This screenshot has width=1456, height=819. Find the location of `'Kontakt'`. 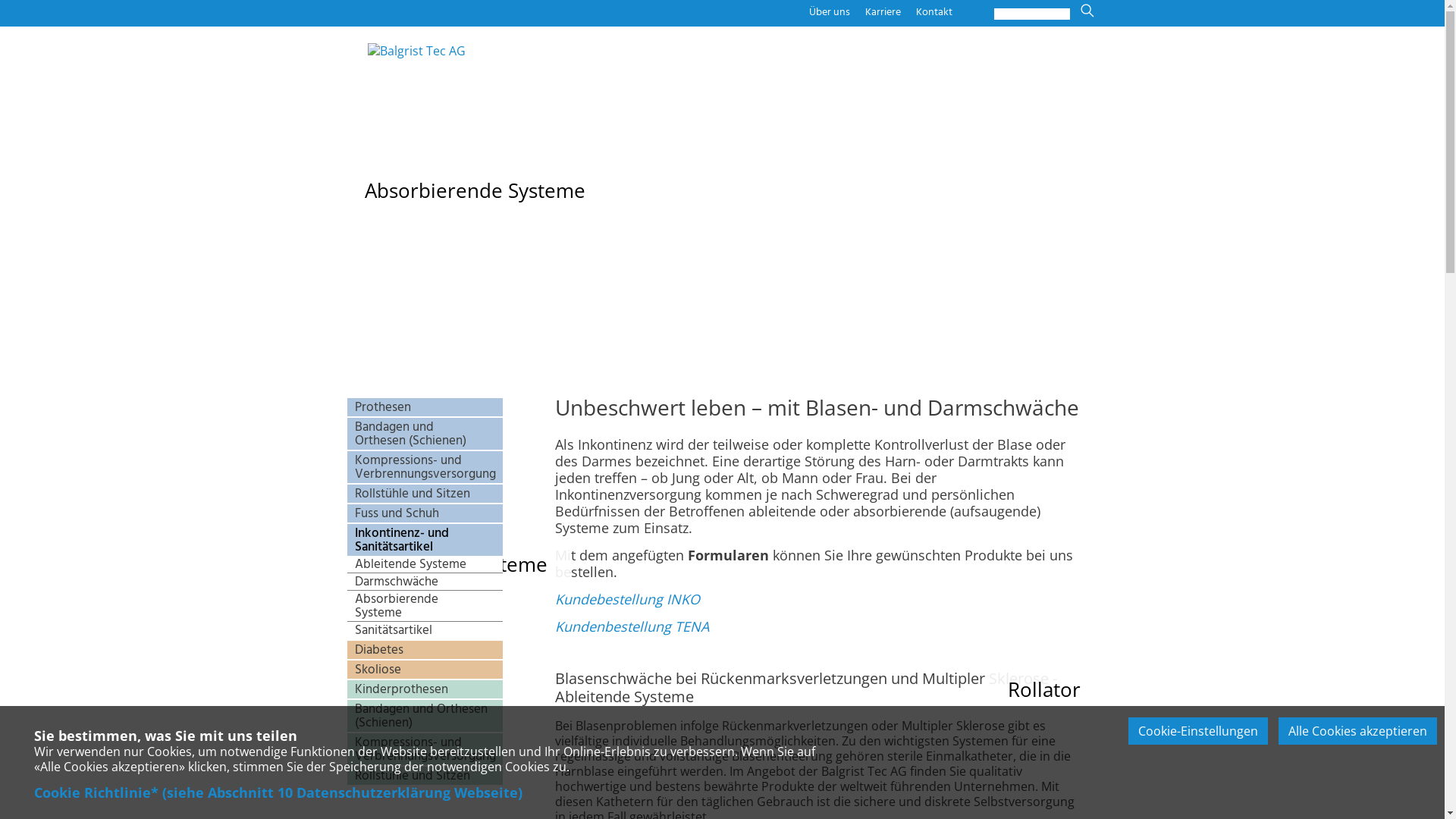

'Kontakt' is located at coordinates (934, 11).